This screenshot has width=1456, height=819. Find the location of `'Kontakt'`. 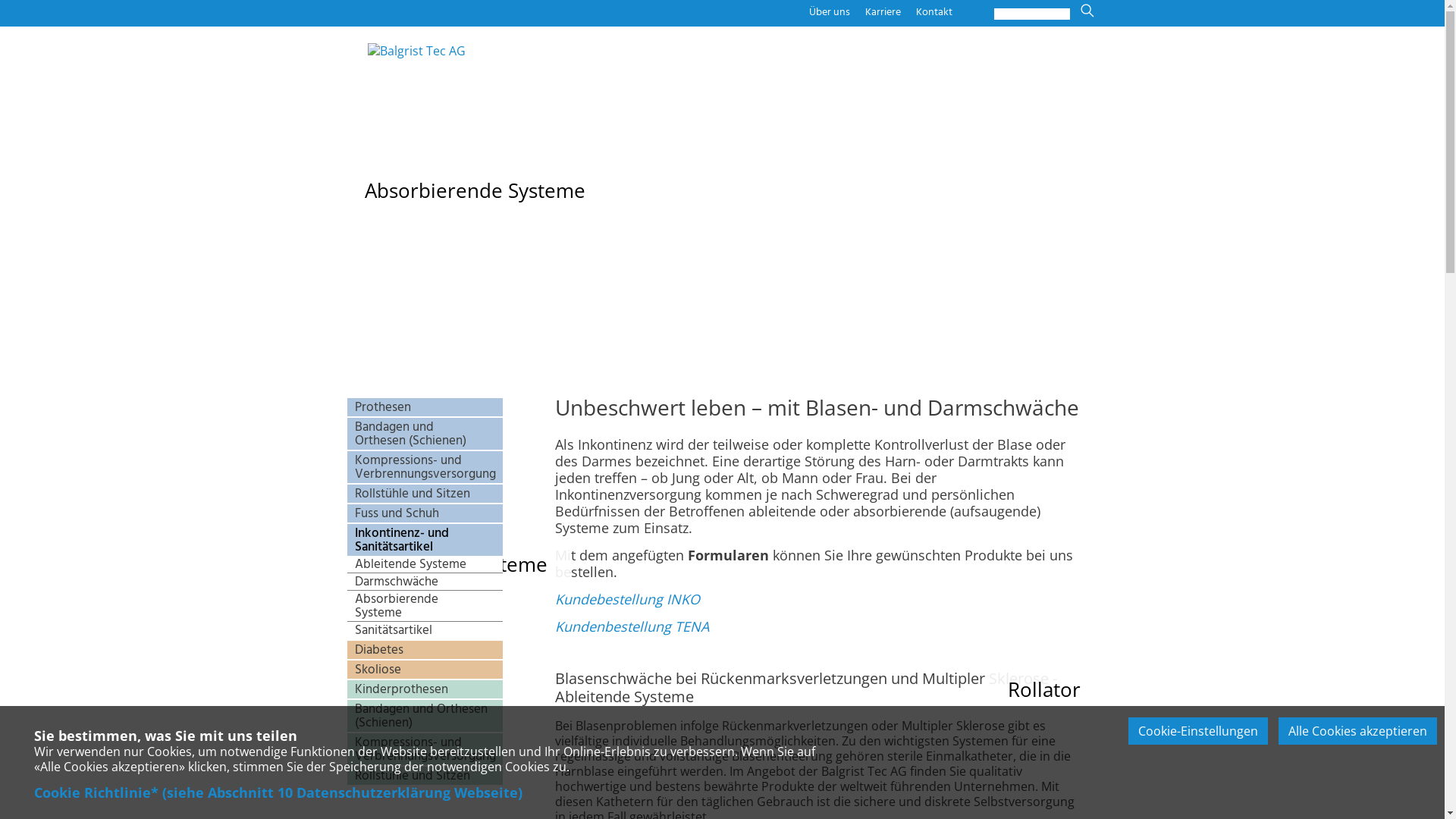

'Kontakt' is located at coordinates (934, 11).